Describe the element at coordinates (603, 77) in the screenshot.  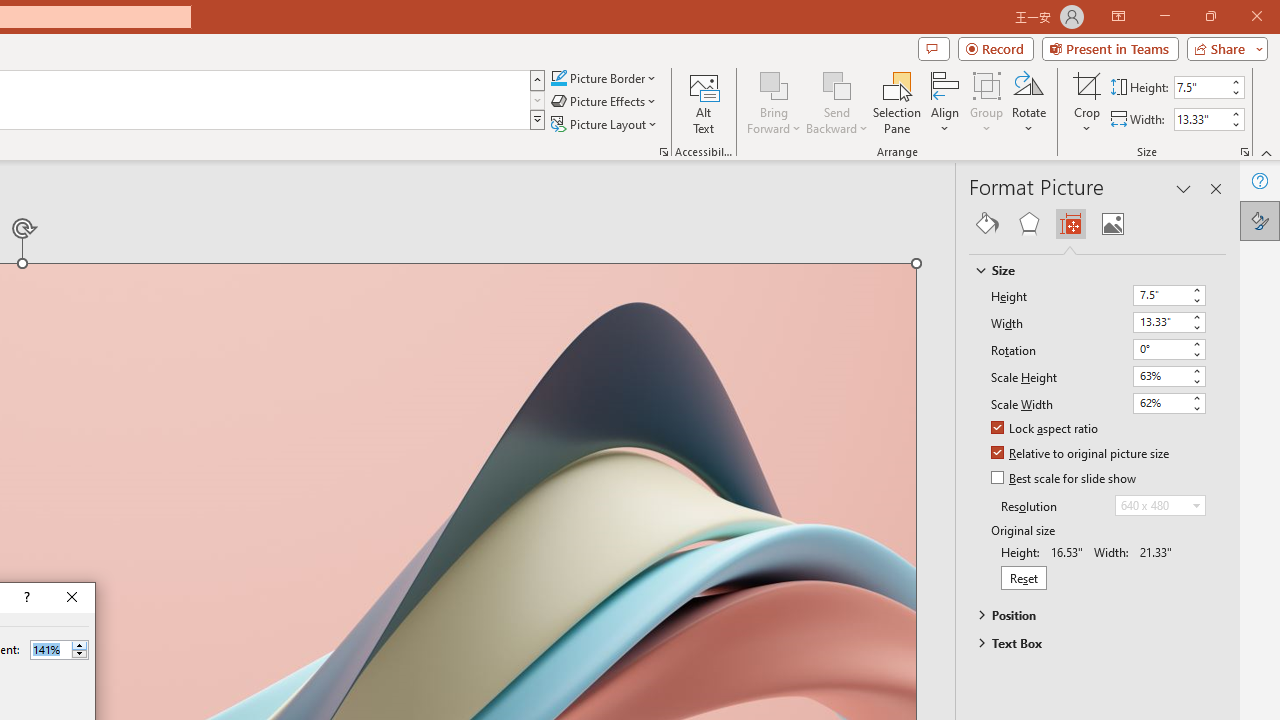
I see `'Picture Border'` at that location.